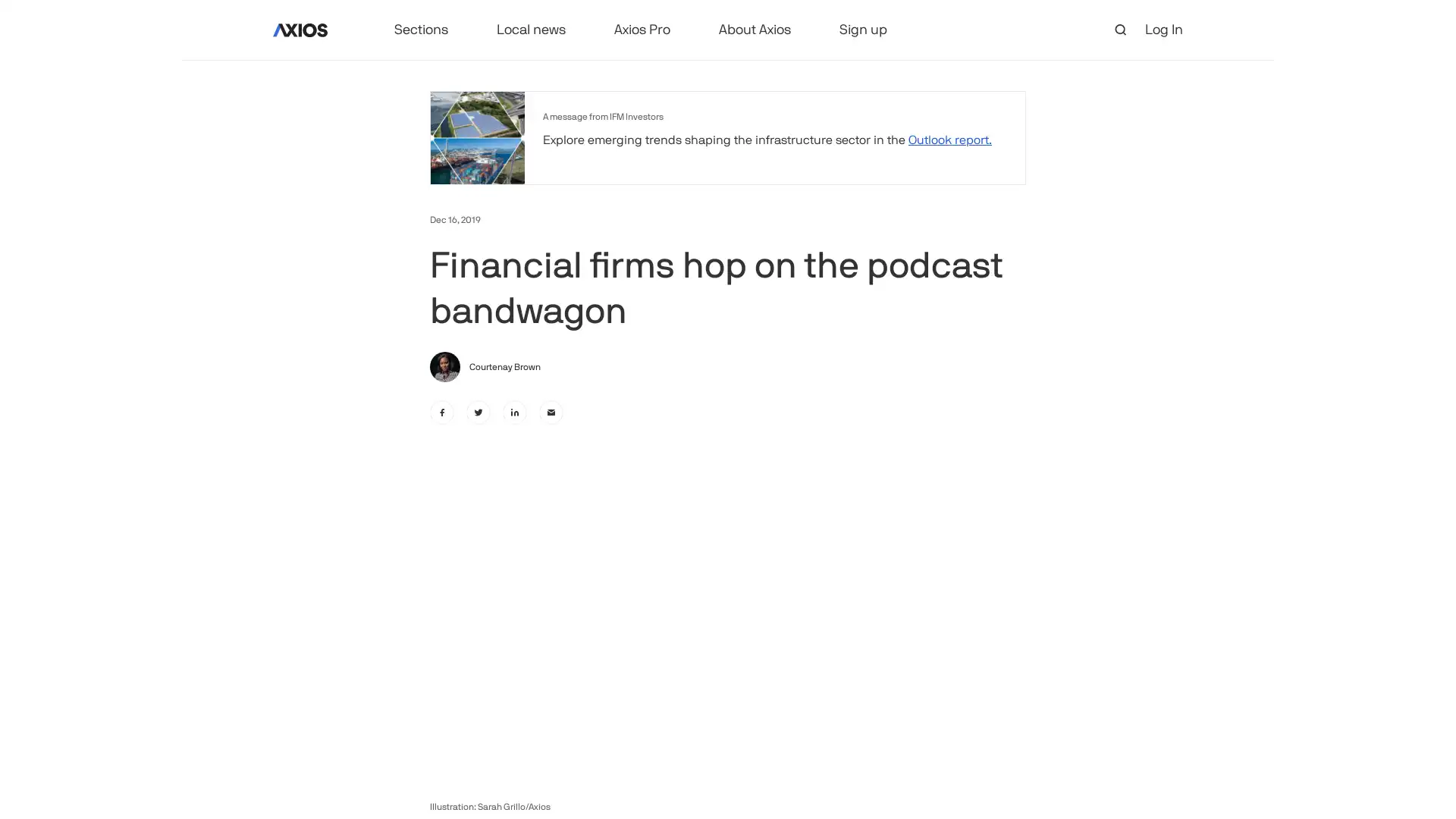 This screenshot has width=1456, height=819. I want to click on Log In, so click(1163, 29).